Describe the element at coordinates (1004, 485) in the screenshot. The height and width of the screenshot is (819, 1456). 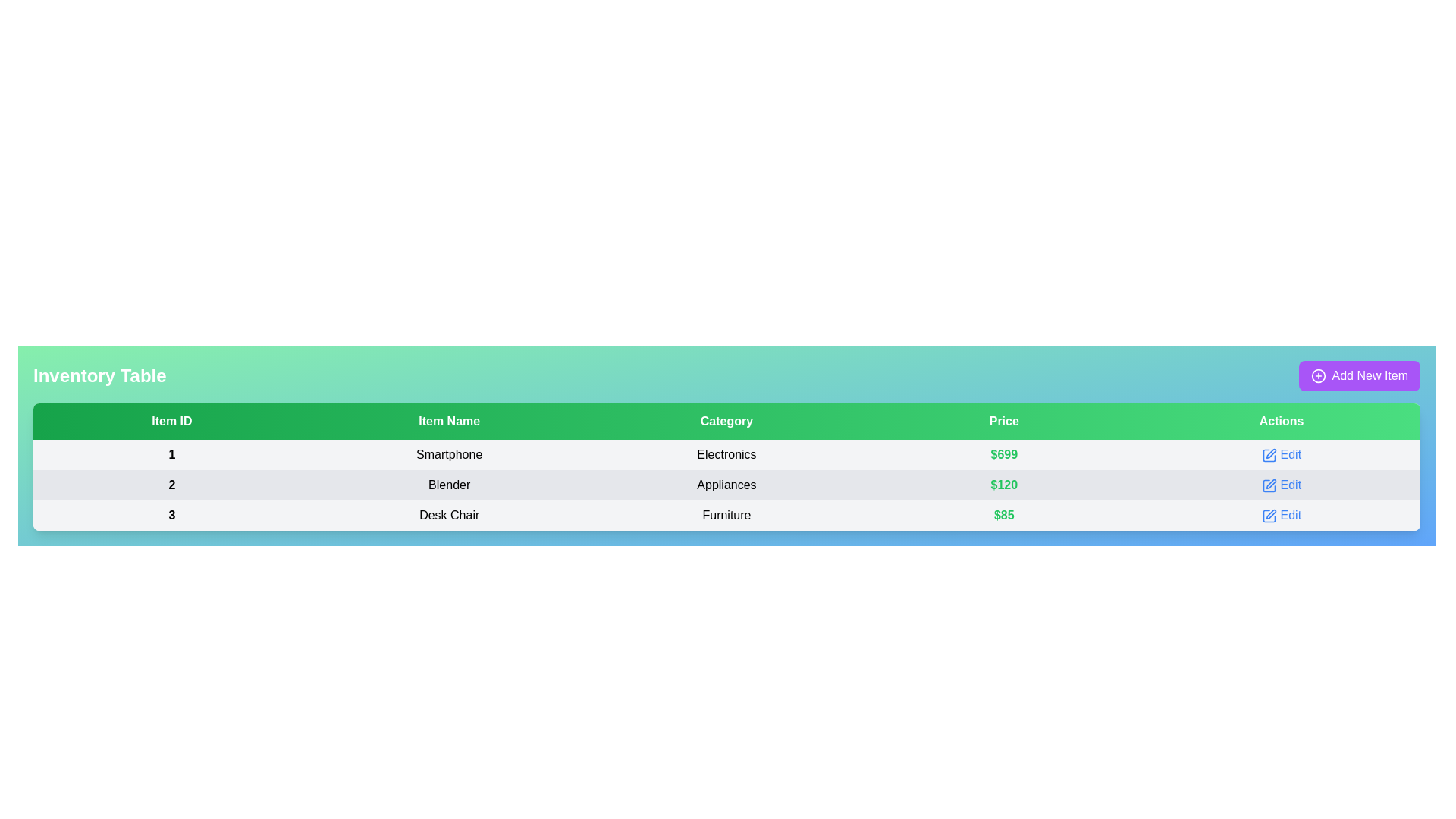
I see `the static text element displaying '$120' in green color, which is positioned under the 'Price' column in the second row of the table for 'Blender'` at that location.